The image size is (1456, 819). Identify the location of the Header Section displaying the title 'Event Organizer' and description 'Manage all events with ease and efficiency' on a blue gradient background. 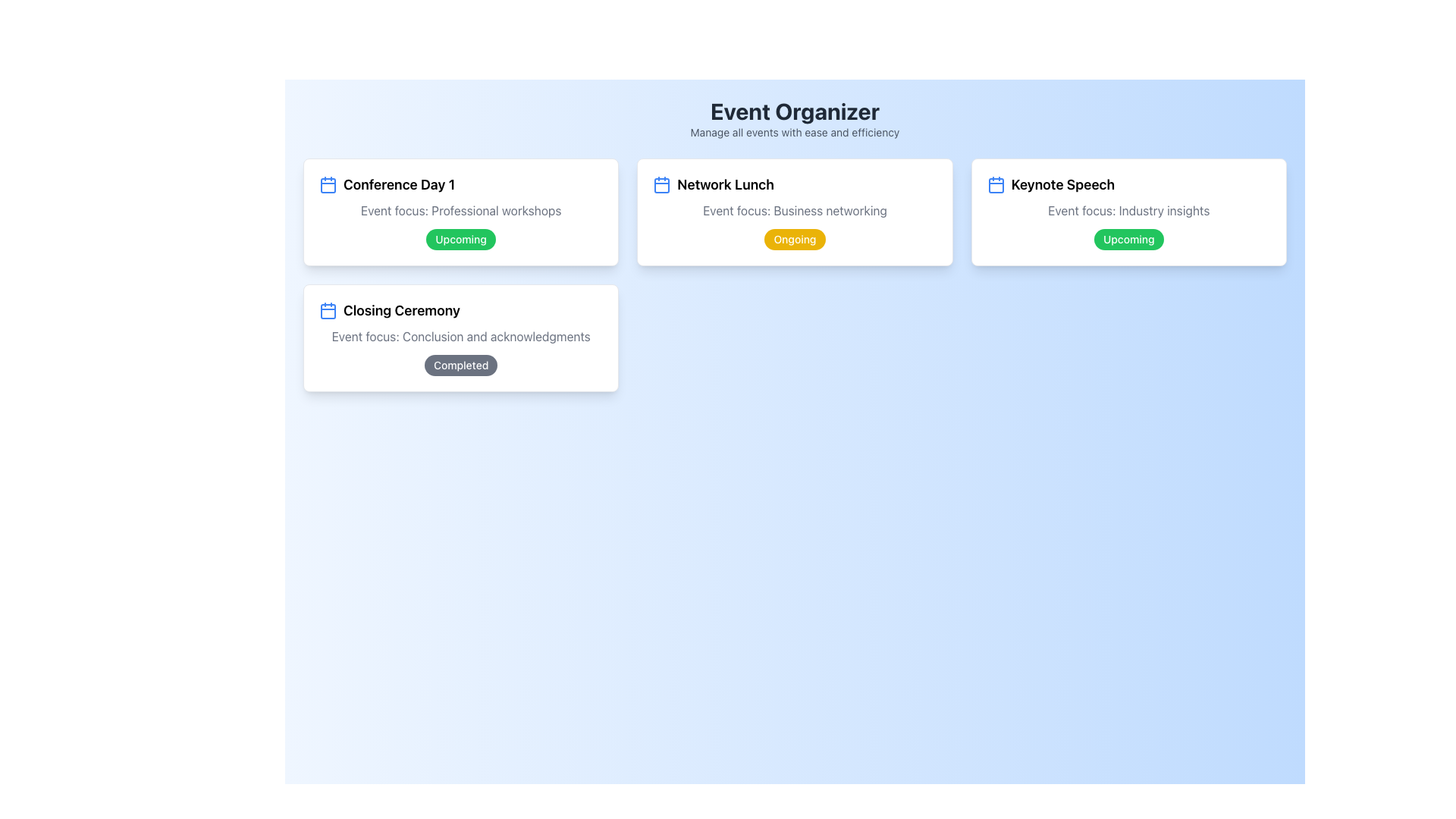
(794, 118).